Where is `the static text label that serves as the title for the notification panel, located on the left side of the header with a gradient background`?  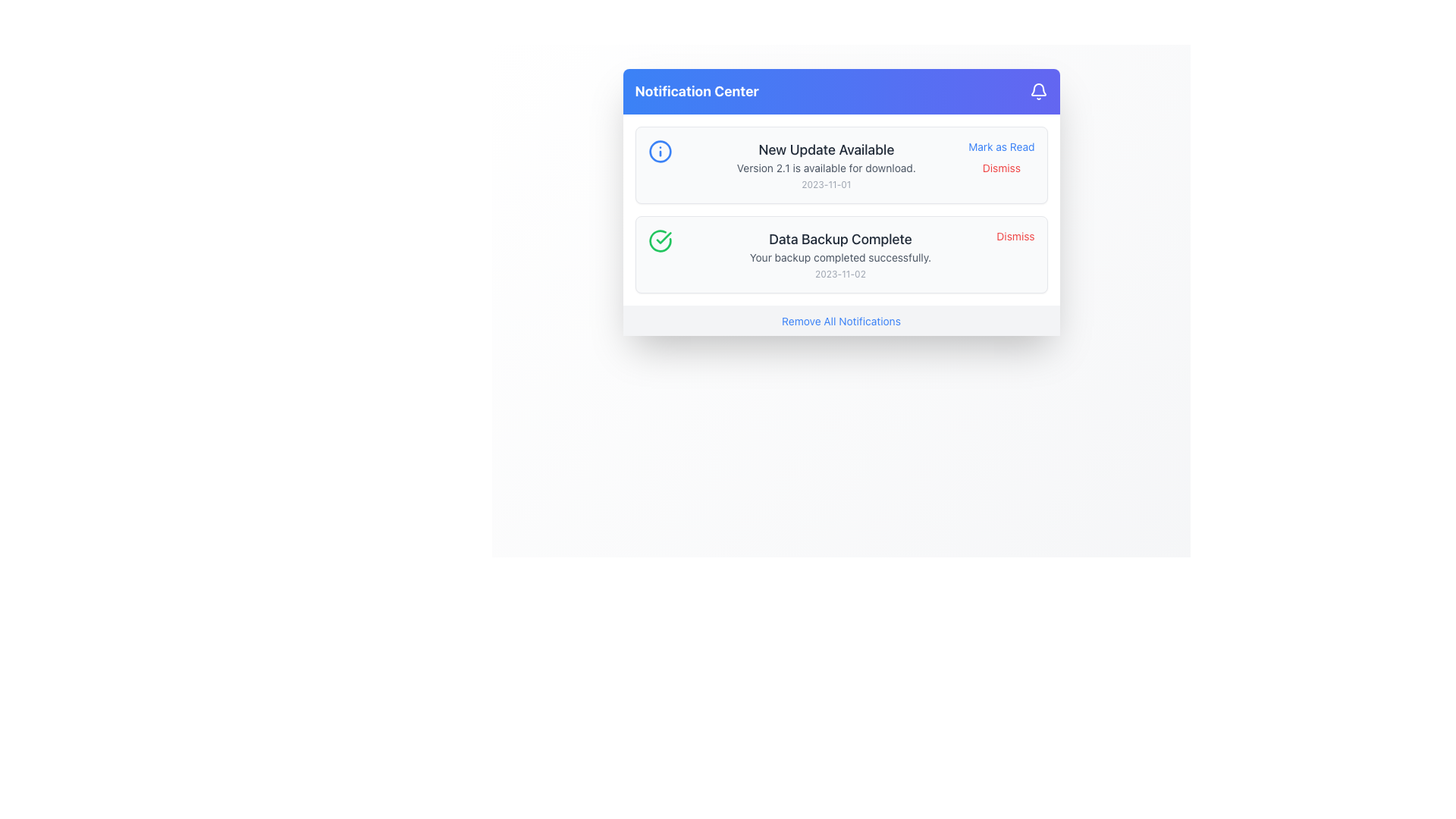 the static text label that serves as the title for the notification panel, located on the left side of the header with a gradient background is located at coordinates (696, 91).